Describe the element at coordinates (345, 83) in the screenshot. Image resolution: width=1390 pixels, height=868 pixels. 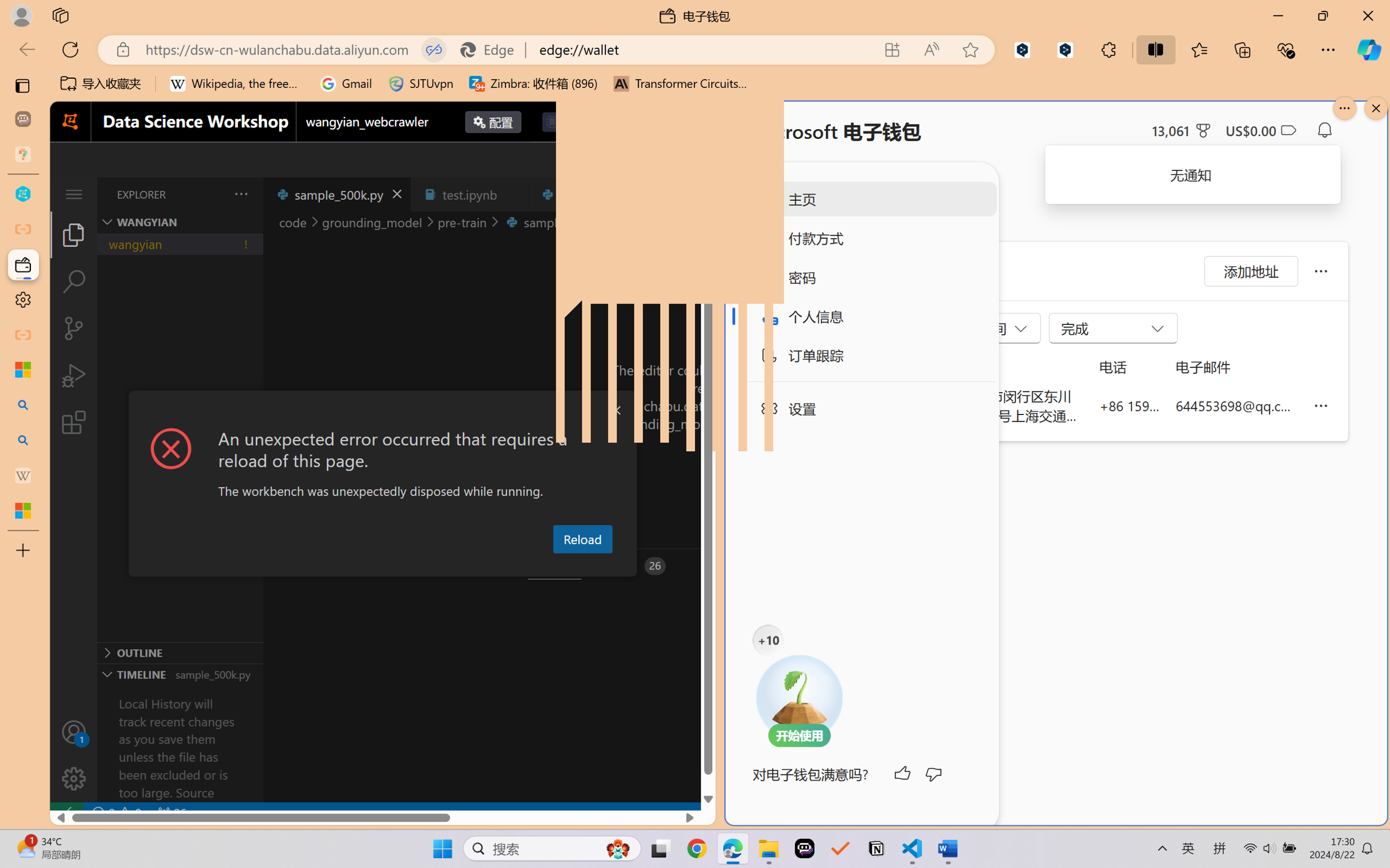
I see `'Gmail'` at that location.